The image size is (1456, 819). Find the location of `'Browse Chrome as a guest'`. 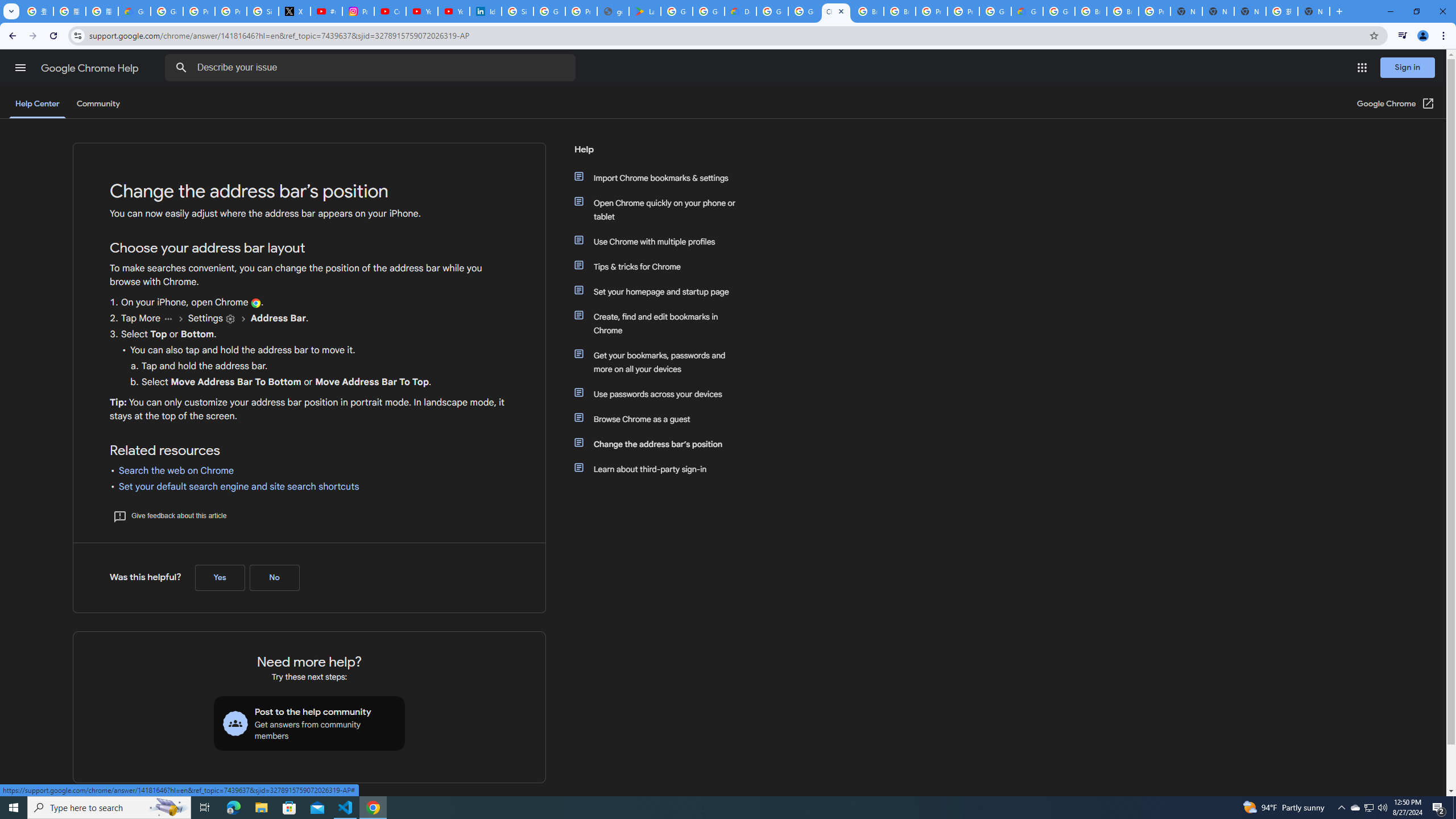

'Browse Chrome as a guest' is located at coordinates (661, 419).